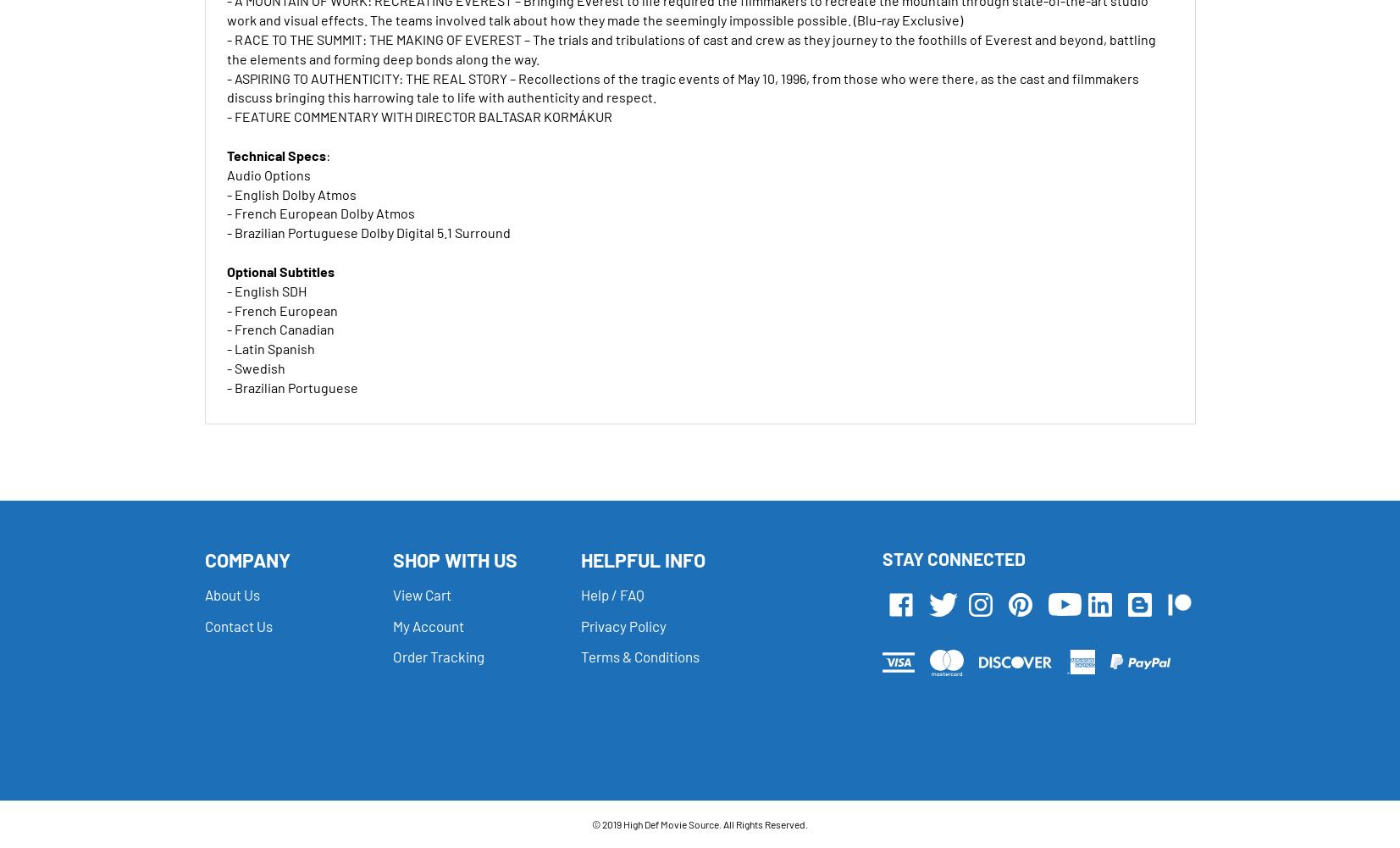 Image resolution: width=1400 pixels, height=848 pixels. I want to click on 'Order Tracking', so click(437, 655).